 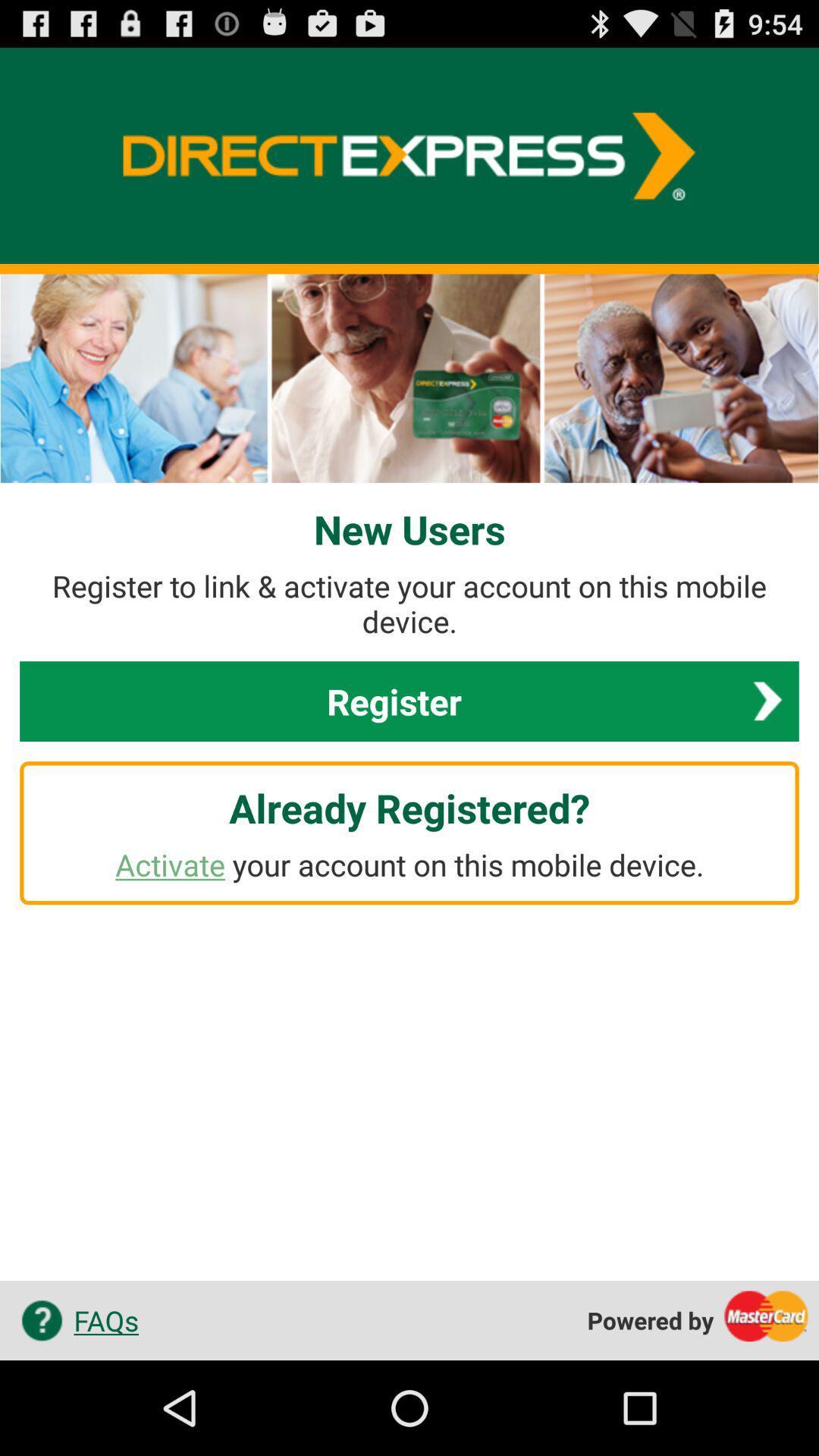 I want to click on app at the bottom left corner, so click(x=74, y=1319).